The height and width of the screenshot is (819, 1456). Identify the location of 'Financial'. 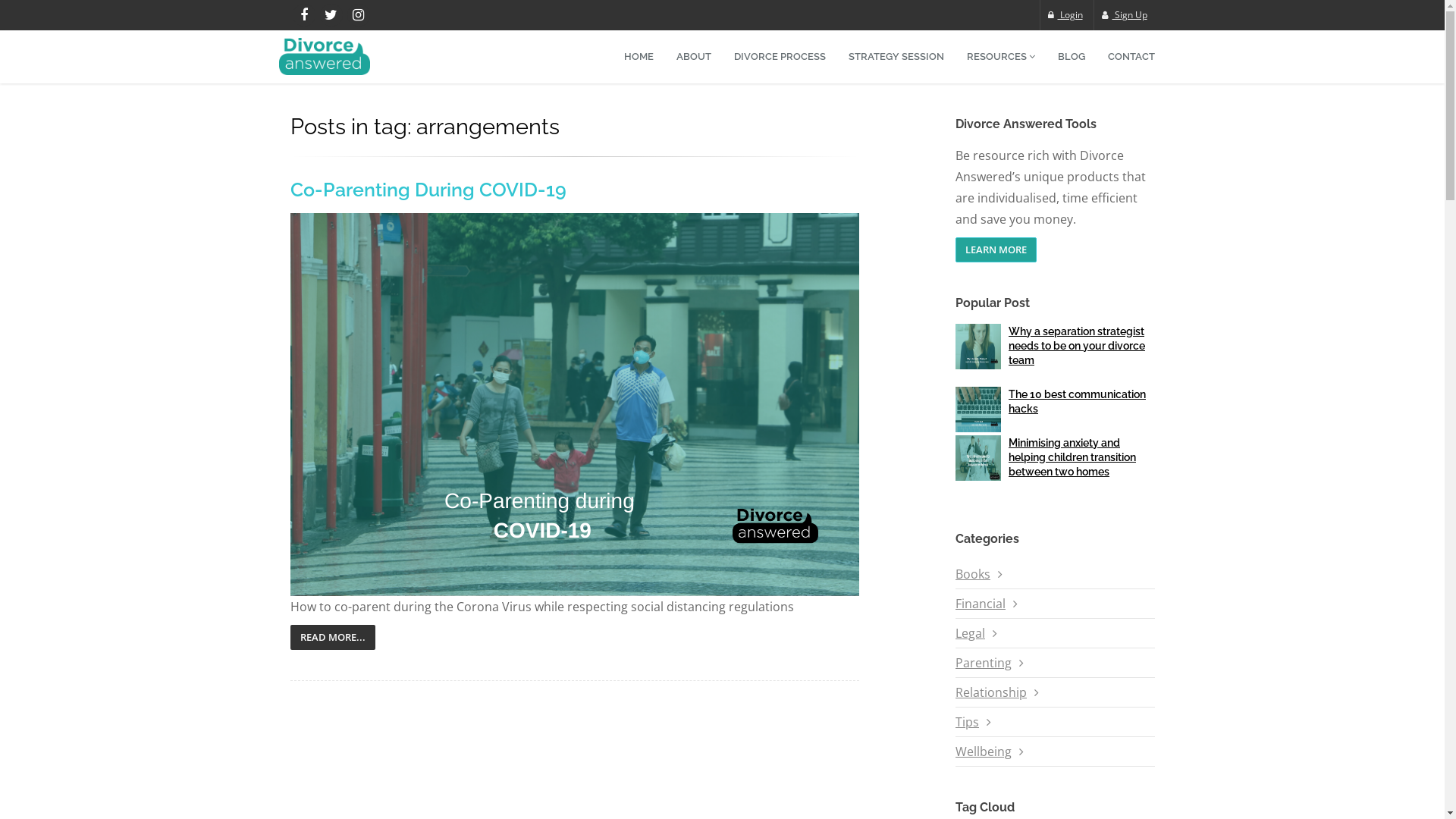
(980, 602).